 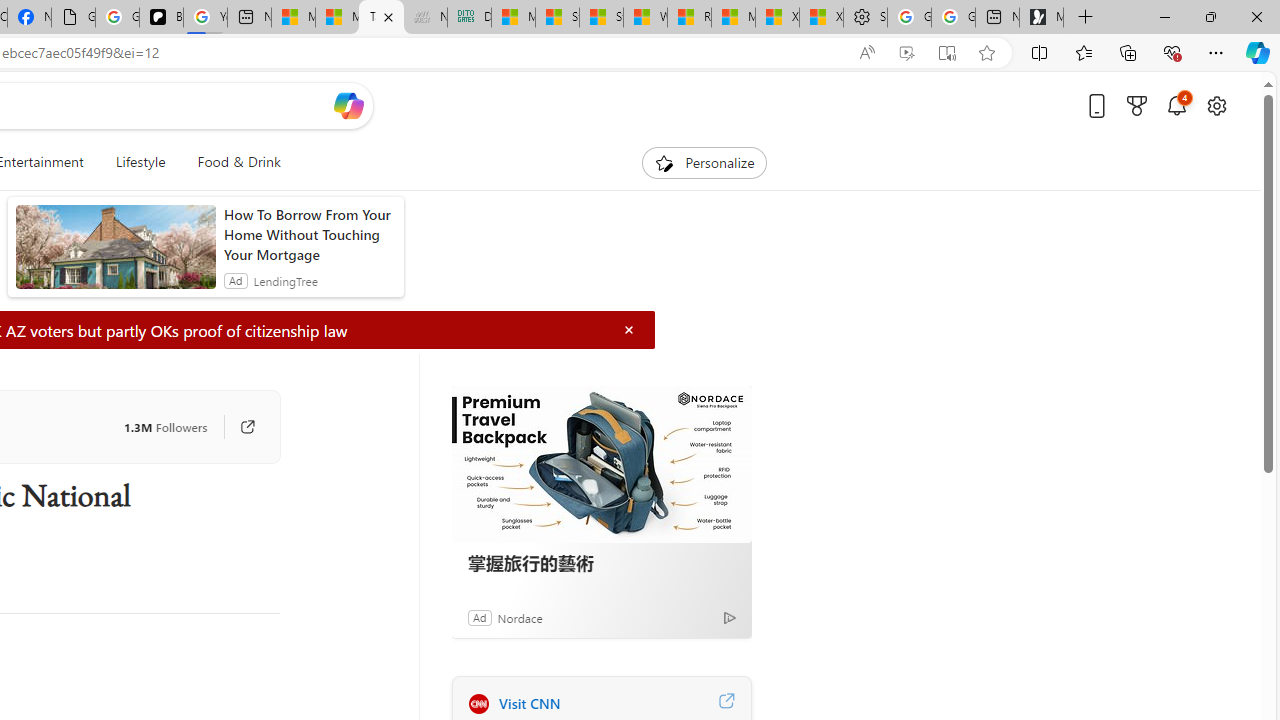 I want to click on 'Notifications', so click(x=1176, y=105).